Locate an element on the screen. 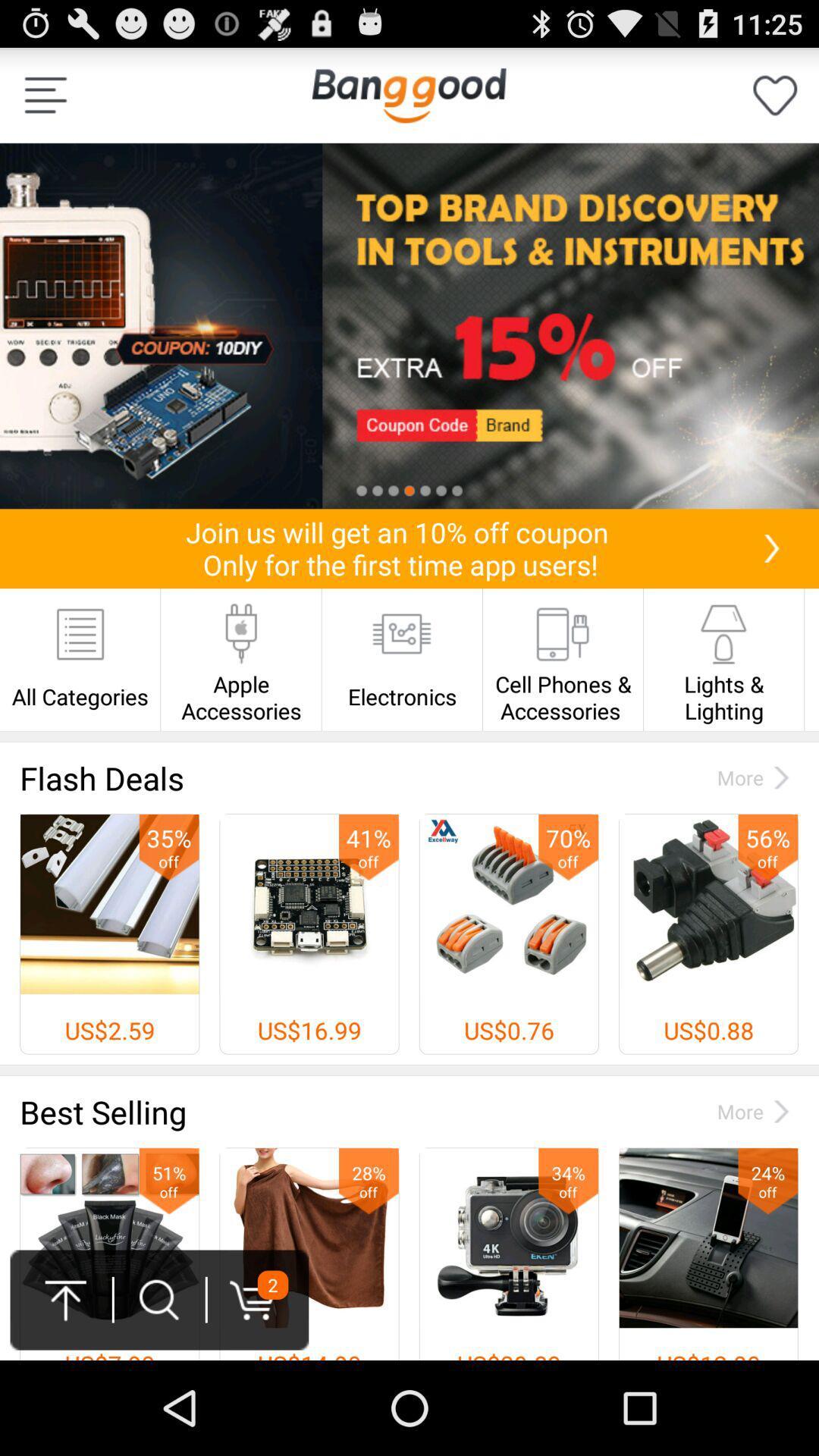  the icon at the top left corner is located at coordinates (45, 94).